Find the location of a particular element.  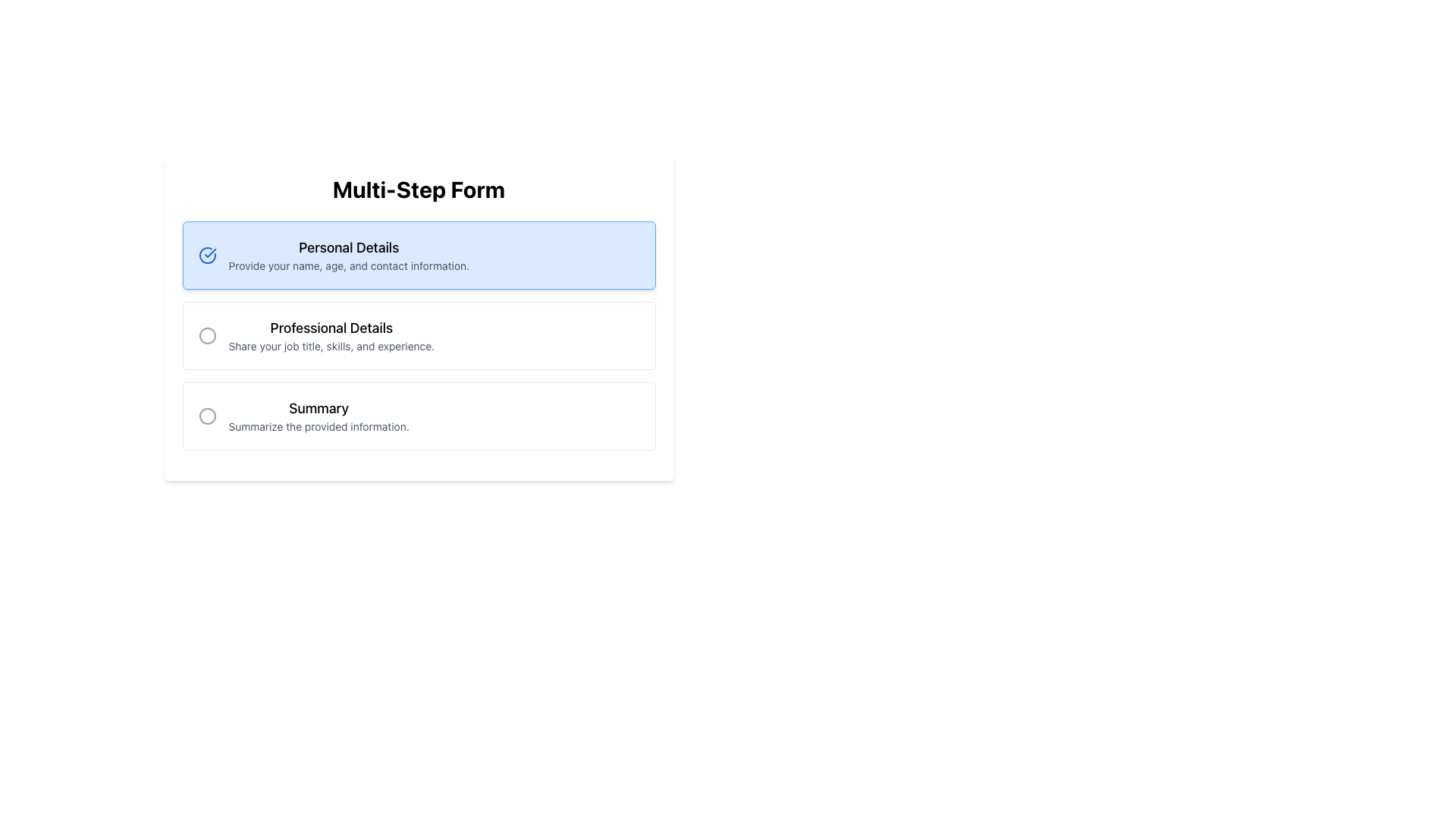

the static text label that reads 'Share your job title, skills, and experience,' which is styled in a smaller light gray font and located under the 'Professional Details' heading is located at coordinates (331, 346).